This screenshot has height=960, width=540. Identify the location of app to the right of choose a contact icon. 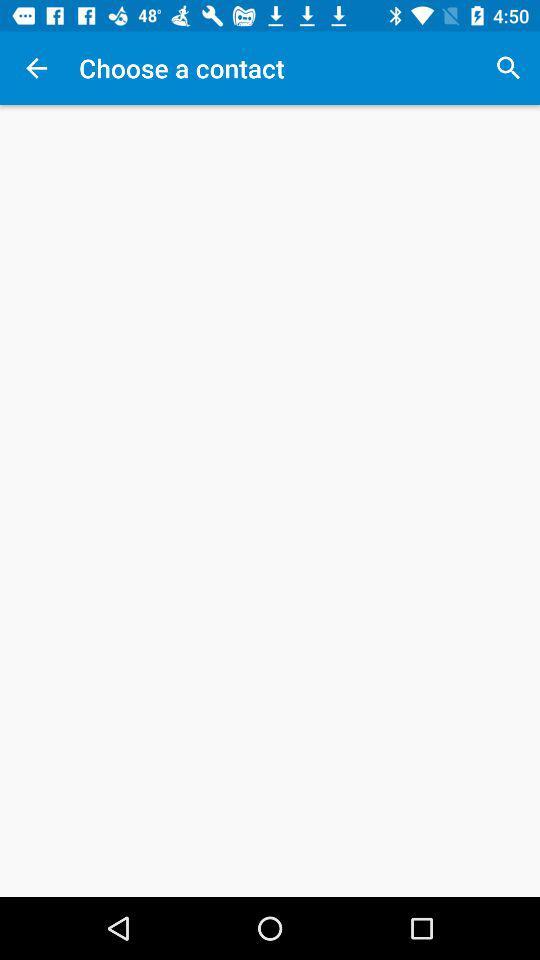
(508, 68).